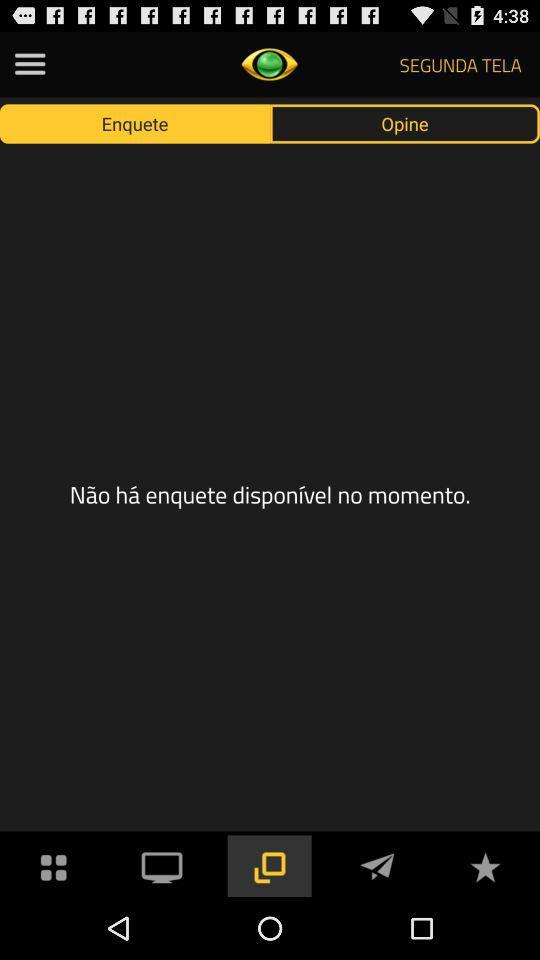 This screenshot has width=540, height=960. What do you see at coordinates (377, 864) in the screenshot?
I see `send` at bounding box center [377, 864].